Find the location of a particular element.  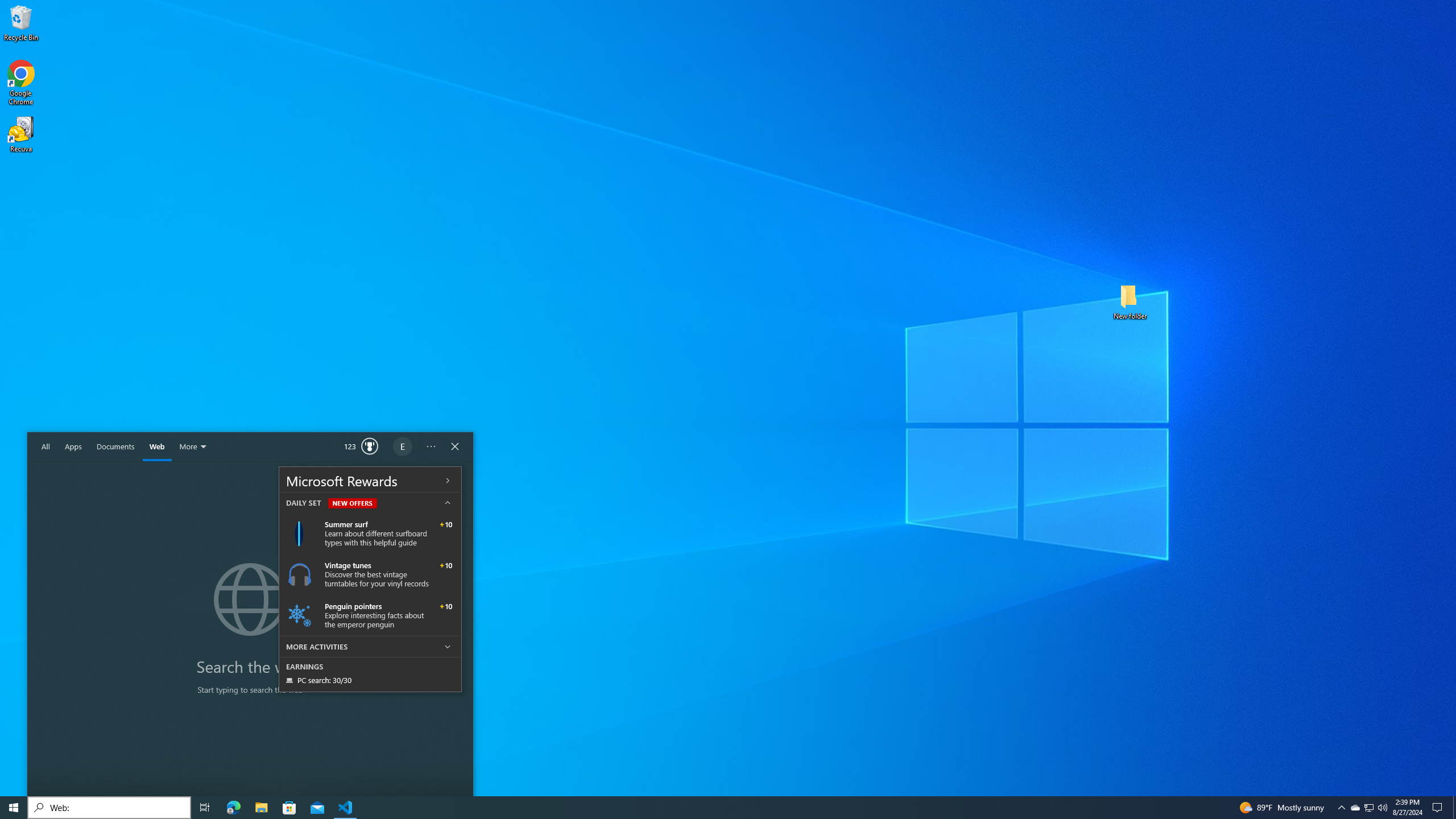

'All' is located at coordinates (45, 446).